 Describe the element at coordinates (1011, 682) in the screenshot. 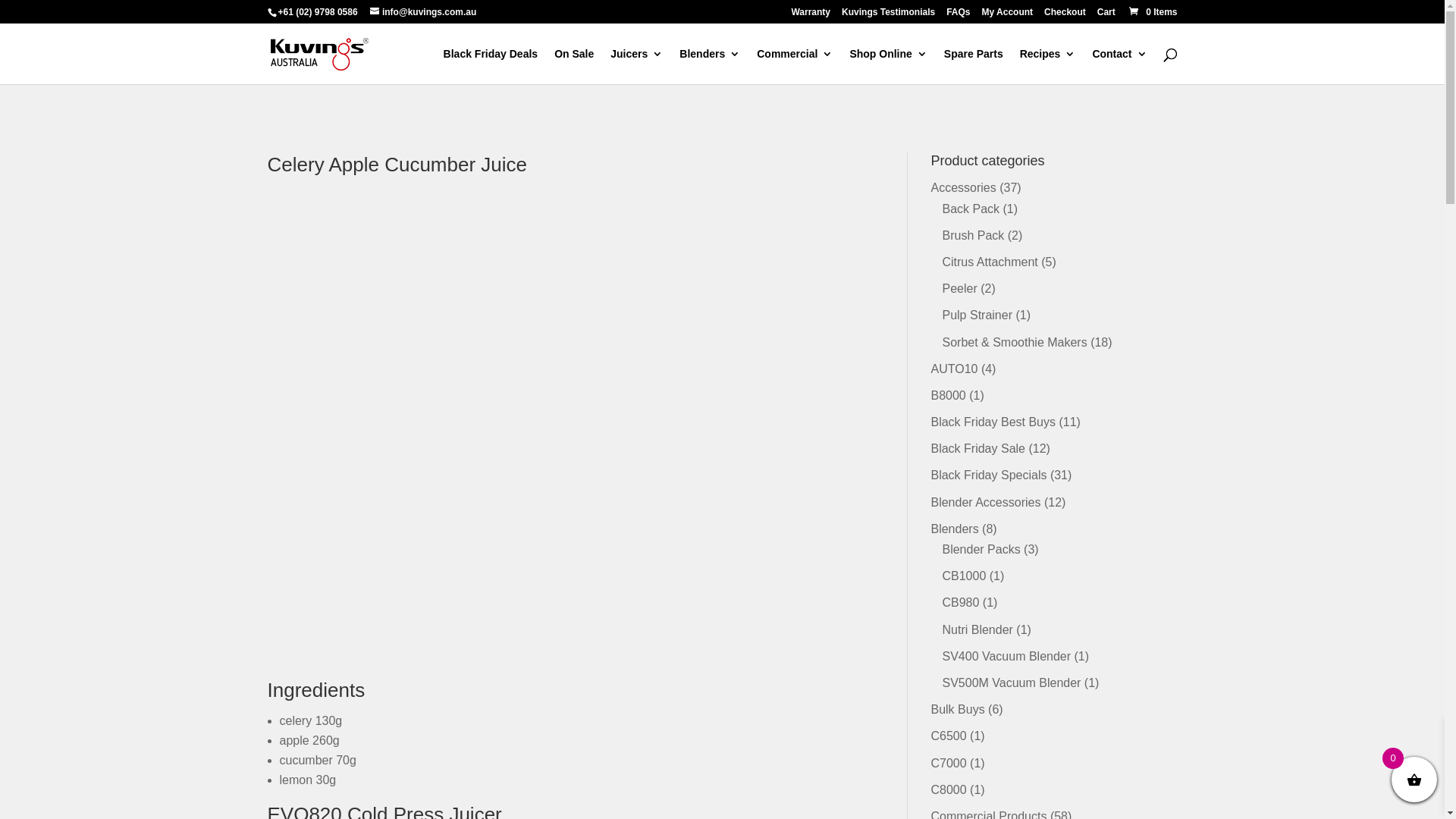

I see `'SV500M Vacuum Blender'` at that location.